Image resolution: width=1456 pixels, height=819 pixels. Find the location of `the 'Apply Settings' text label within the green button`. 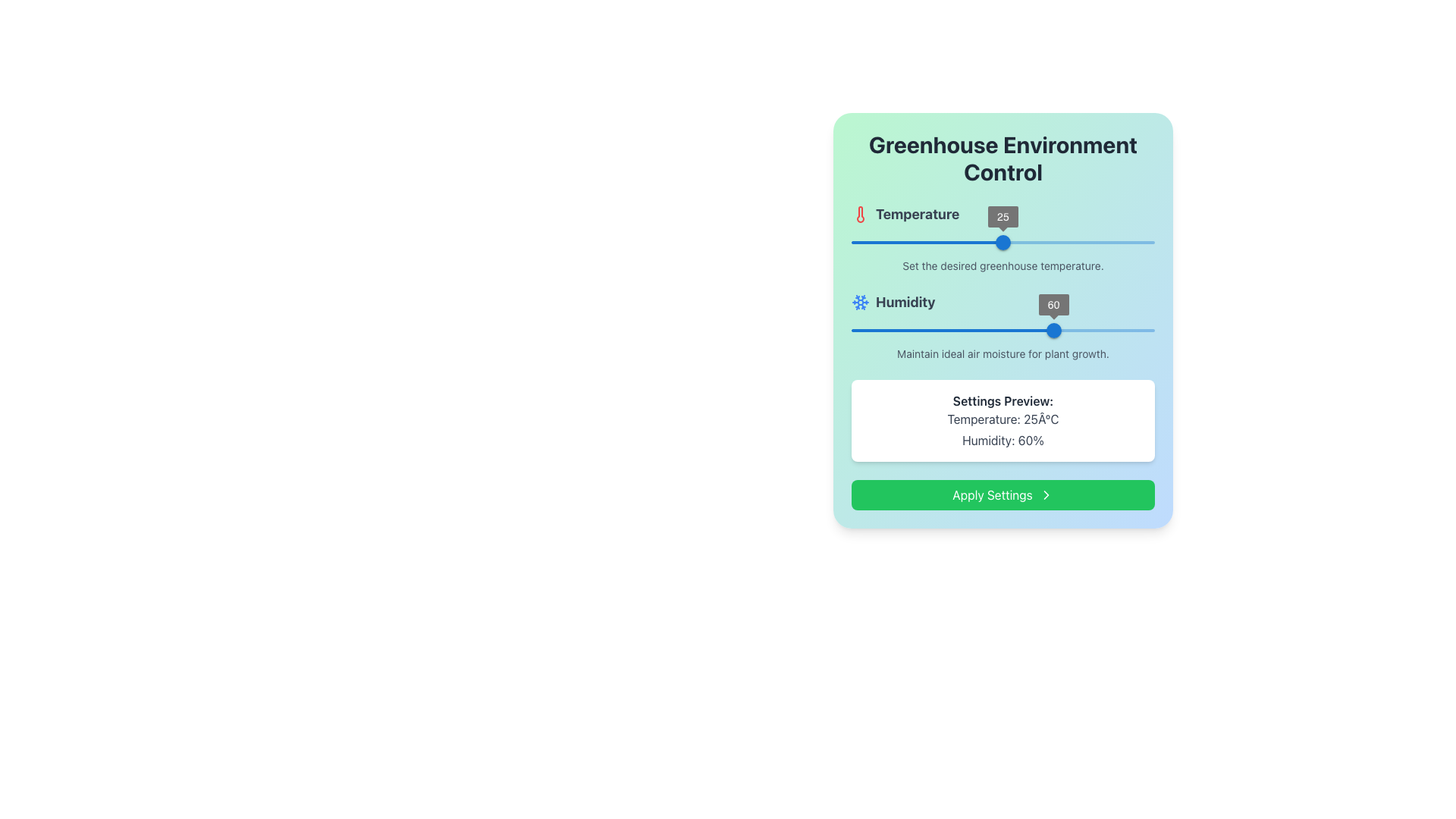

the 'Apply Settings' text label within the green button is located at coordinates (993, 494).